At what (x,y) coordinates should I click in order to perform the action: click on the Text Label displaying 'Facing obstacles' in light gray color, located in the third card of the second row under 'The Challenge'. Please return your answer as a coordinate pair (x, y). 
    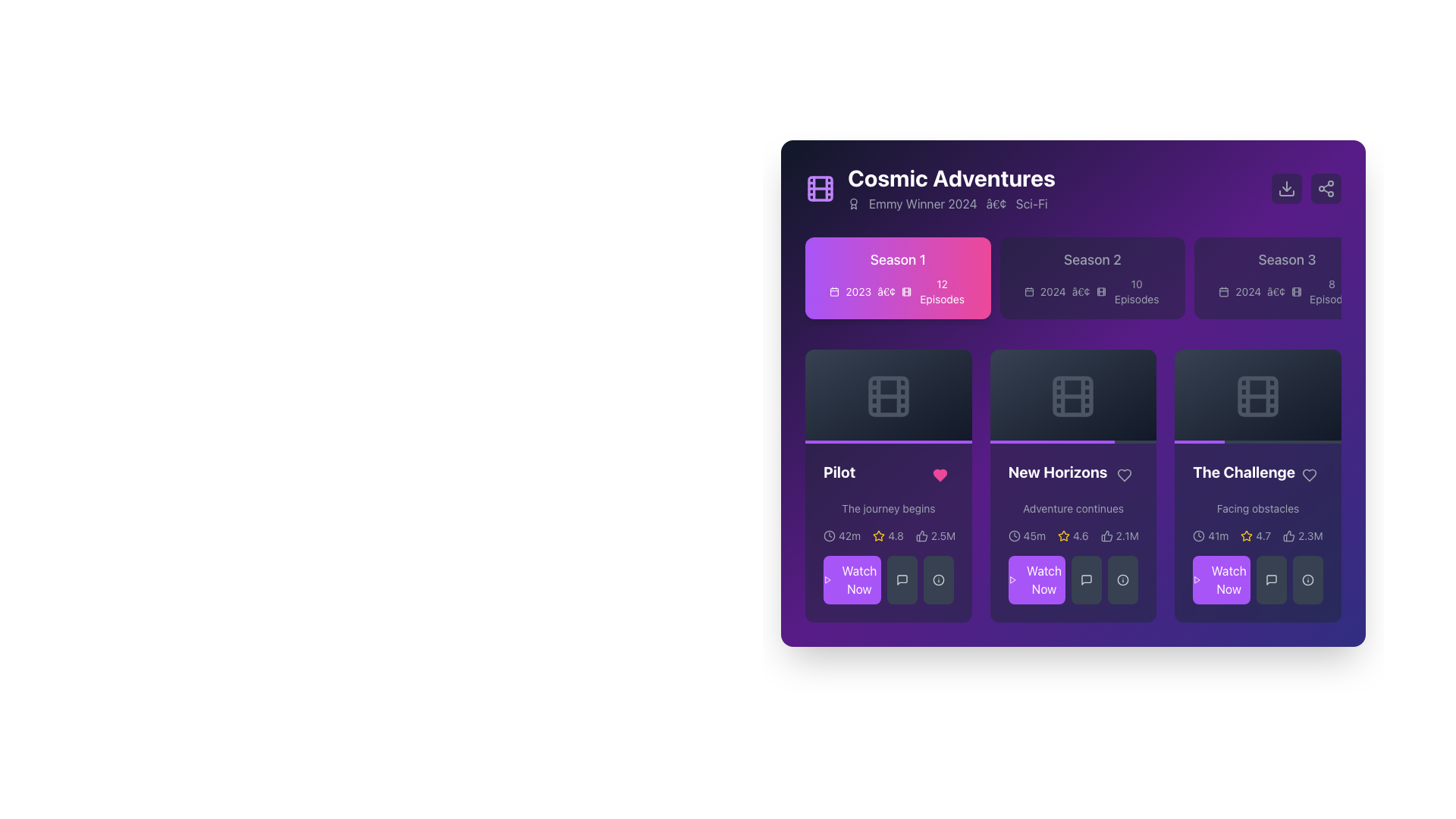
    Looking at the image, I should click on (1258, 508).